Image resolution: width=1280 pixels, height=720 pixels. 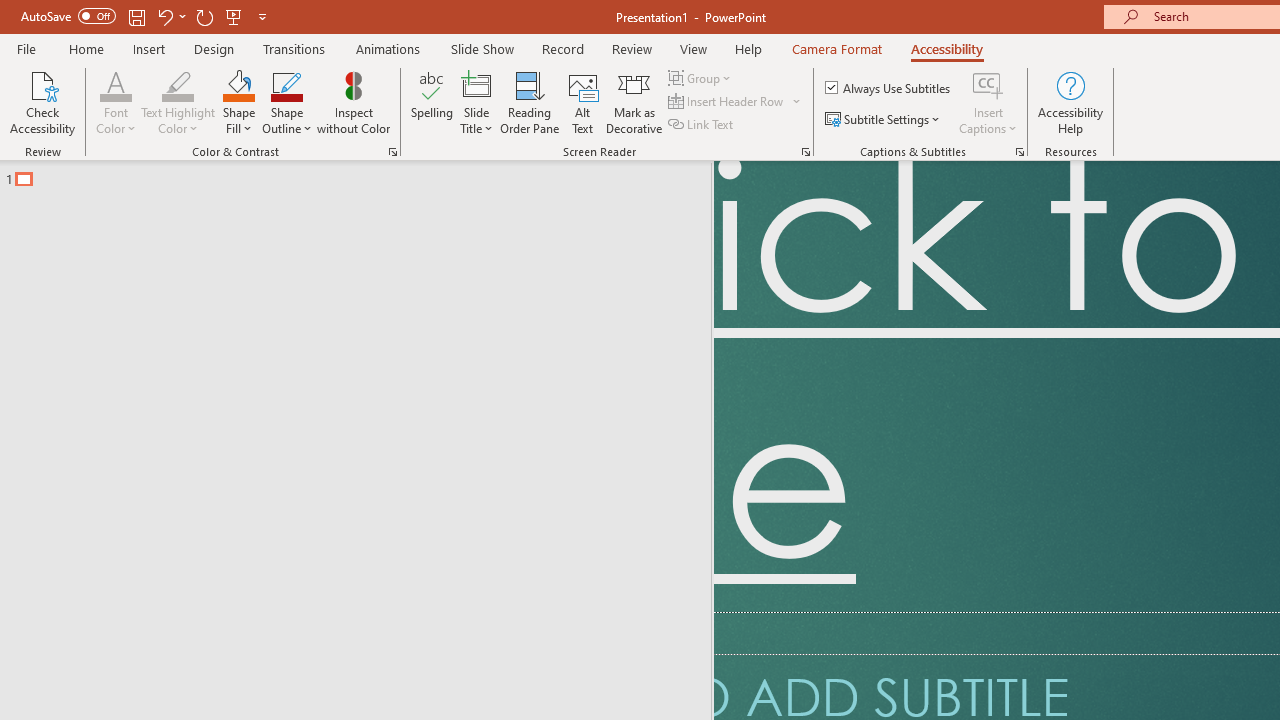 What do you see at coordinates (164, 16) in the screenshot?
I see `'Undo'` at bounding box center [164, 16].